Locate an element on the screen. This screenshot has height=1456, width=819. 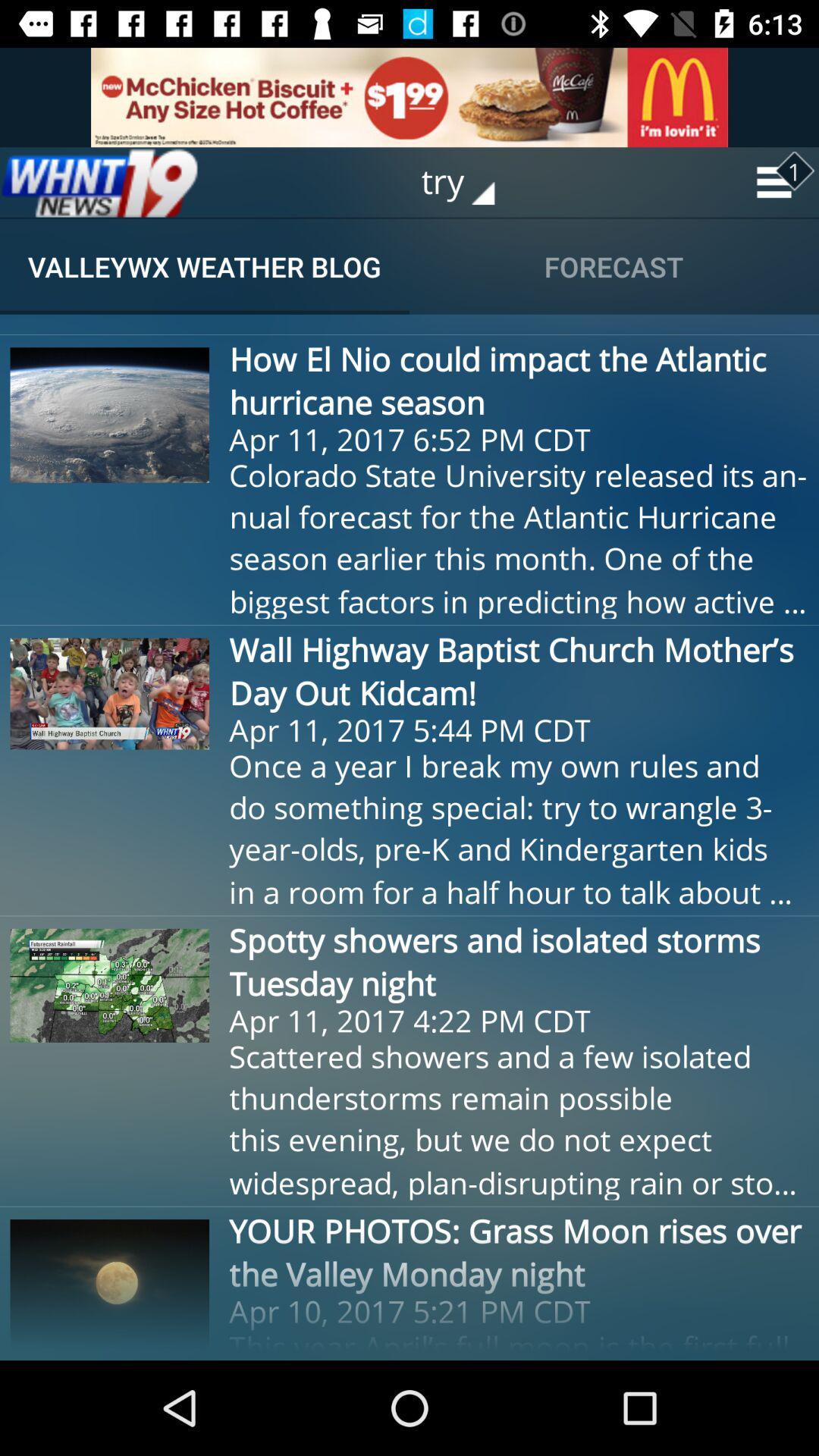
the item next to try is located at coordinates (99, 182).